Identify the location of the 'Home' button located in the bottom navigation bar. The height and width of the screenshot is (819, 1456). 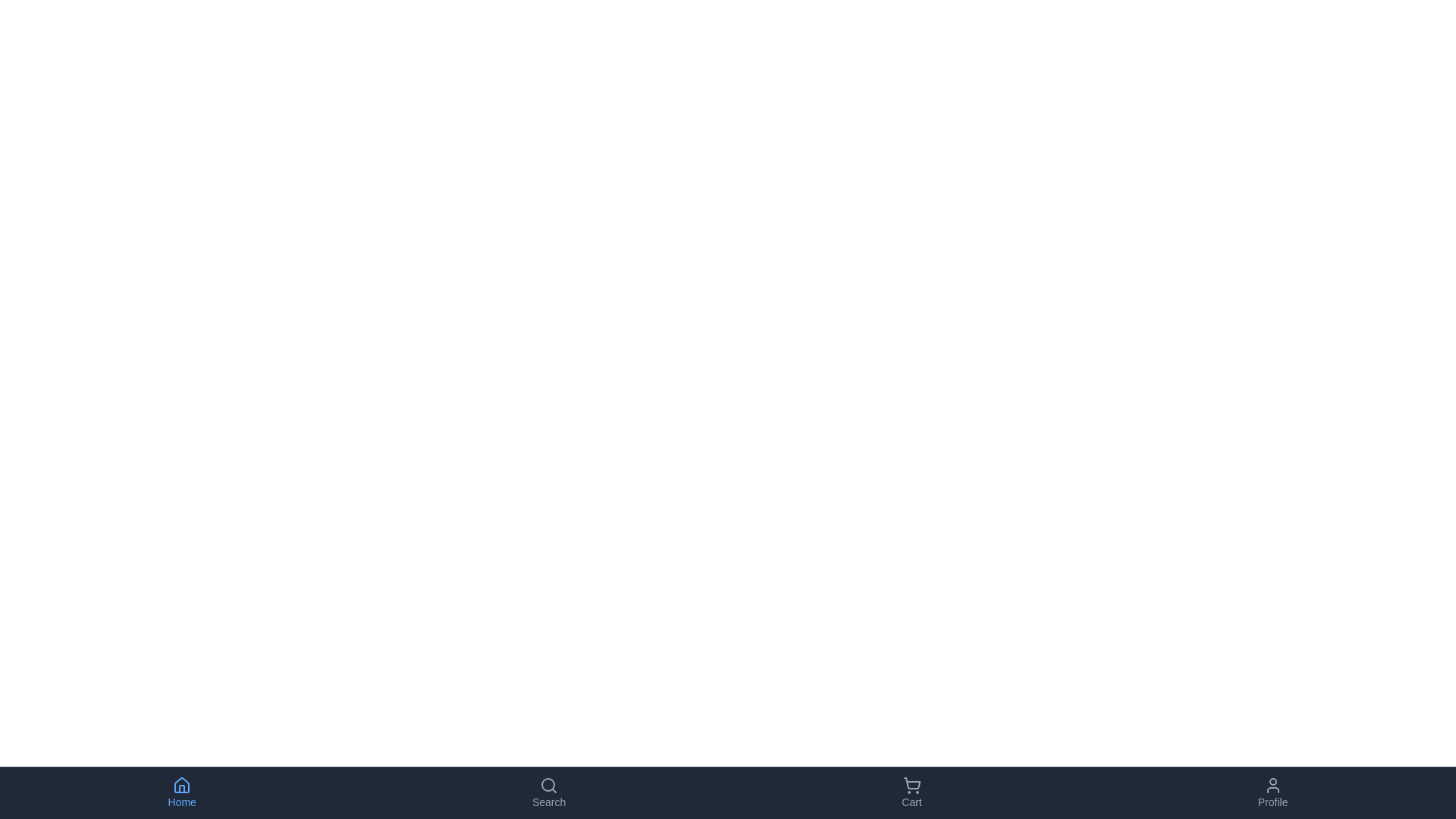
(182, 792).